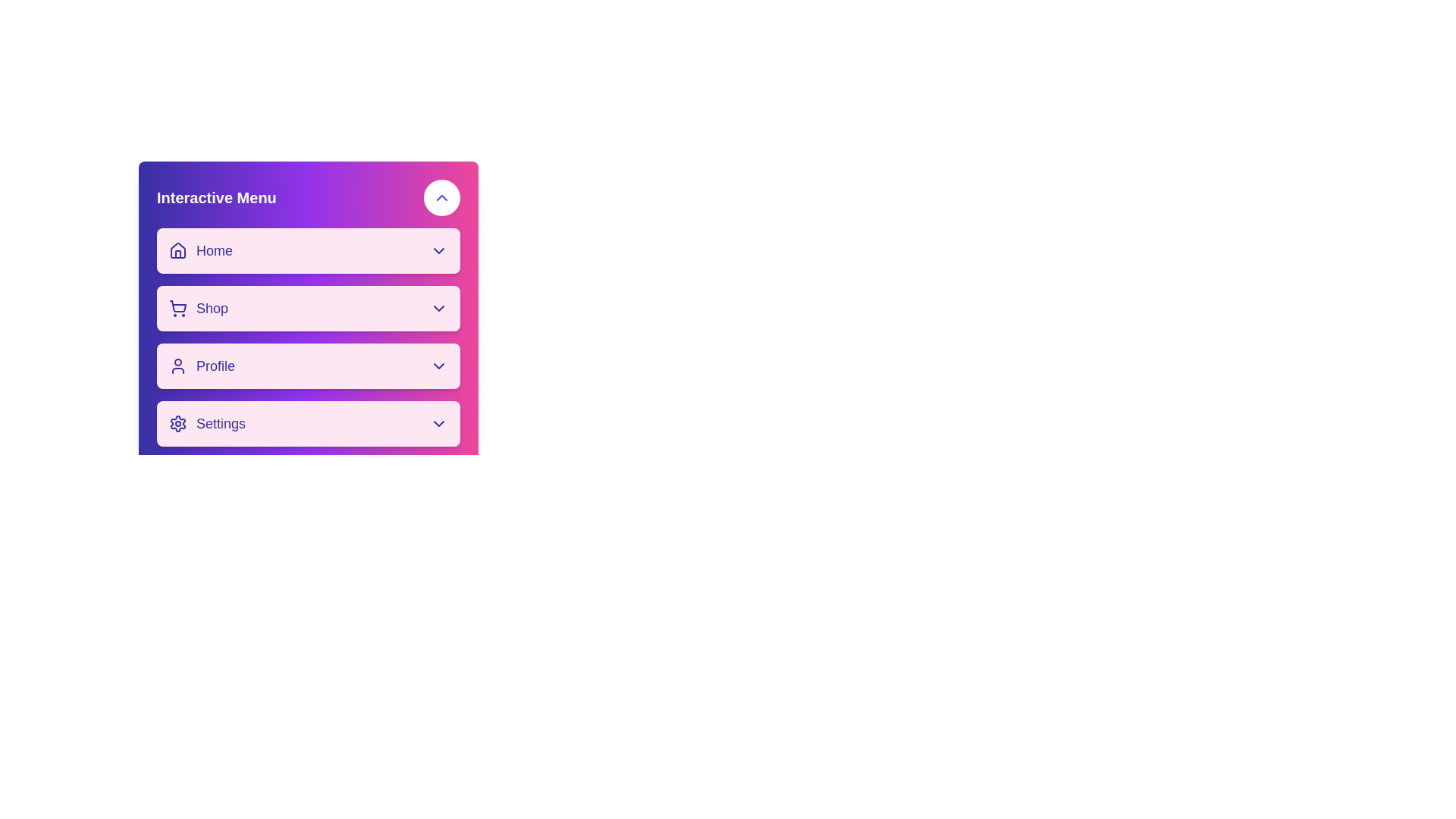 This screenshot has width=1456, height=819. Describe the element at coordinates (441, 197) in the screenshot. I see `the circular button located at the top-right corner of the 'Interactive Menu' section` at that location.